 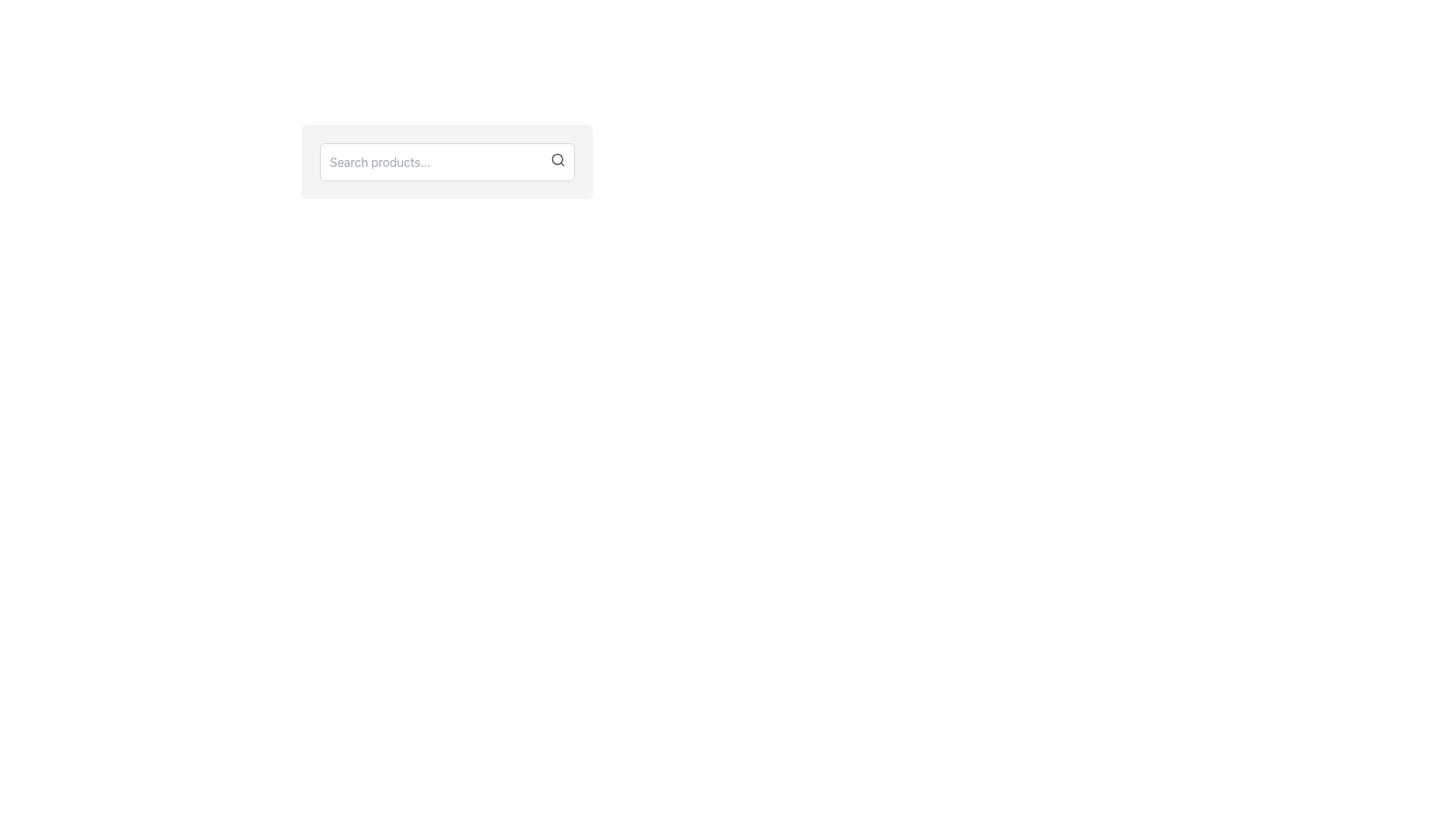 What do you see at coordinates (557, 159) in the screenshot?
I see `the graphic element that enhances user recognition of the search icon, located at the center of the circular part of the icon at the far right of the search bar` at bounding box center [557, 159].